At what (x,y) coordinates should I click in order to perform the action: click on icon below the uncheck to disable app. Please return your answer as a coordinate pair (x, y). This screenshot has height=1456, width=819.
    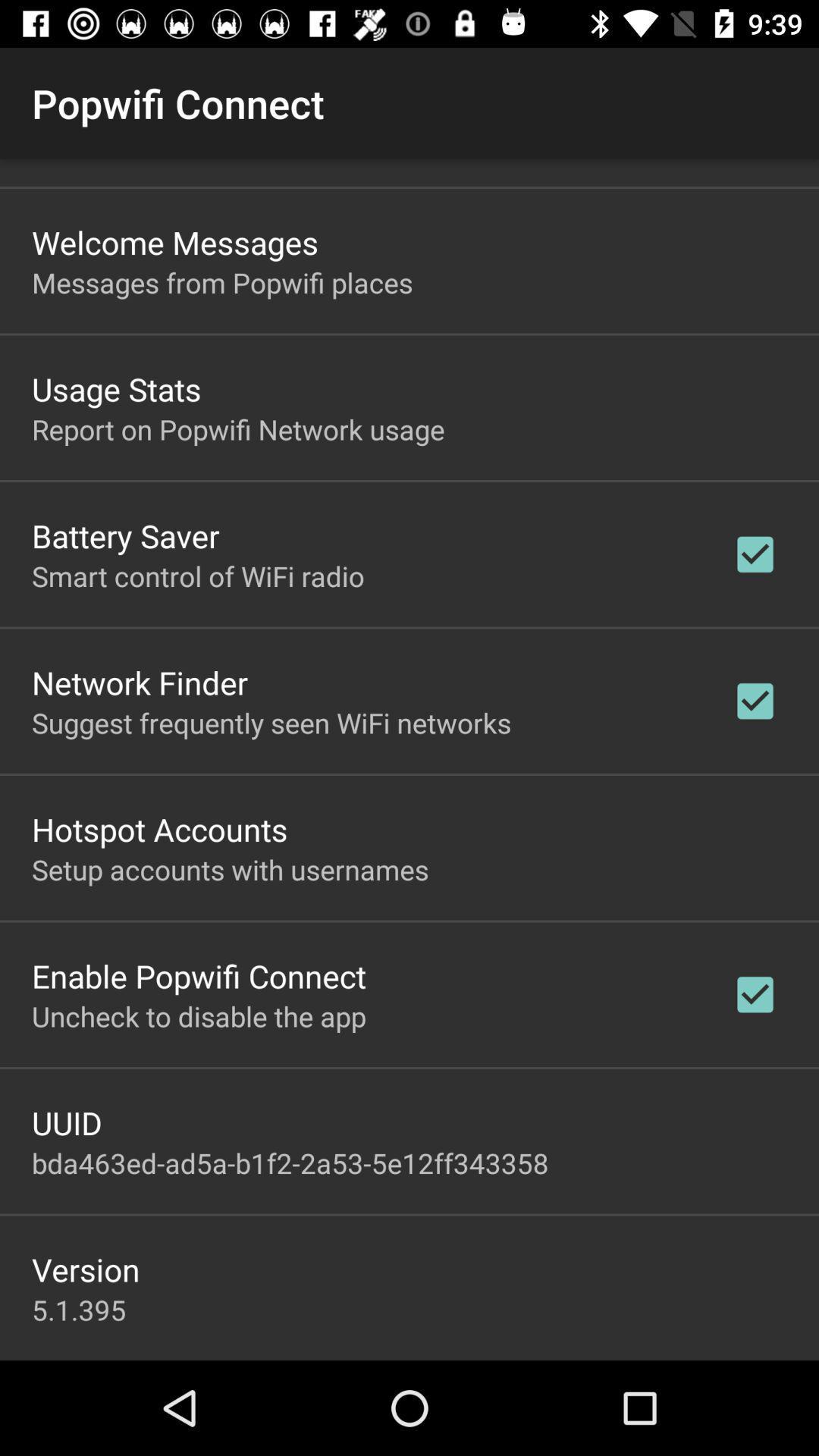
    Looking at the image, I should click on (66, 1122).